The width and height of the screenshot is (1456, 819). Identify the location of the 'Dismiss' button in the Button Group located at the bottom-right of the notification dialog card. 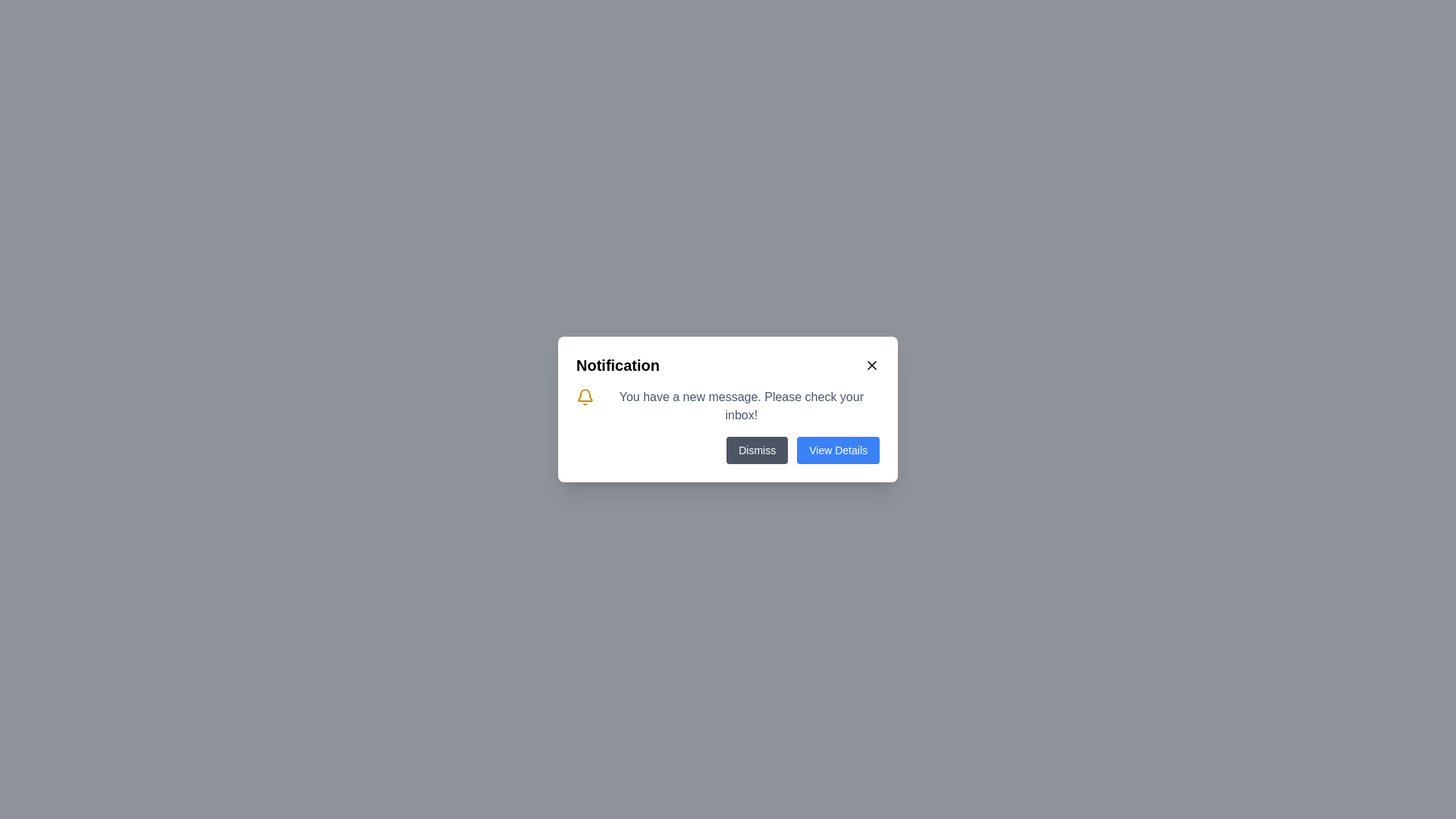
(728, 450).